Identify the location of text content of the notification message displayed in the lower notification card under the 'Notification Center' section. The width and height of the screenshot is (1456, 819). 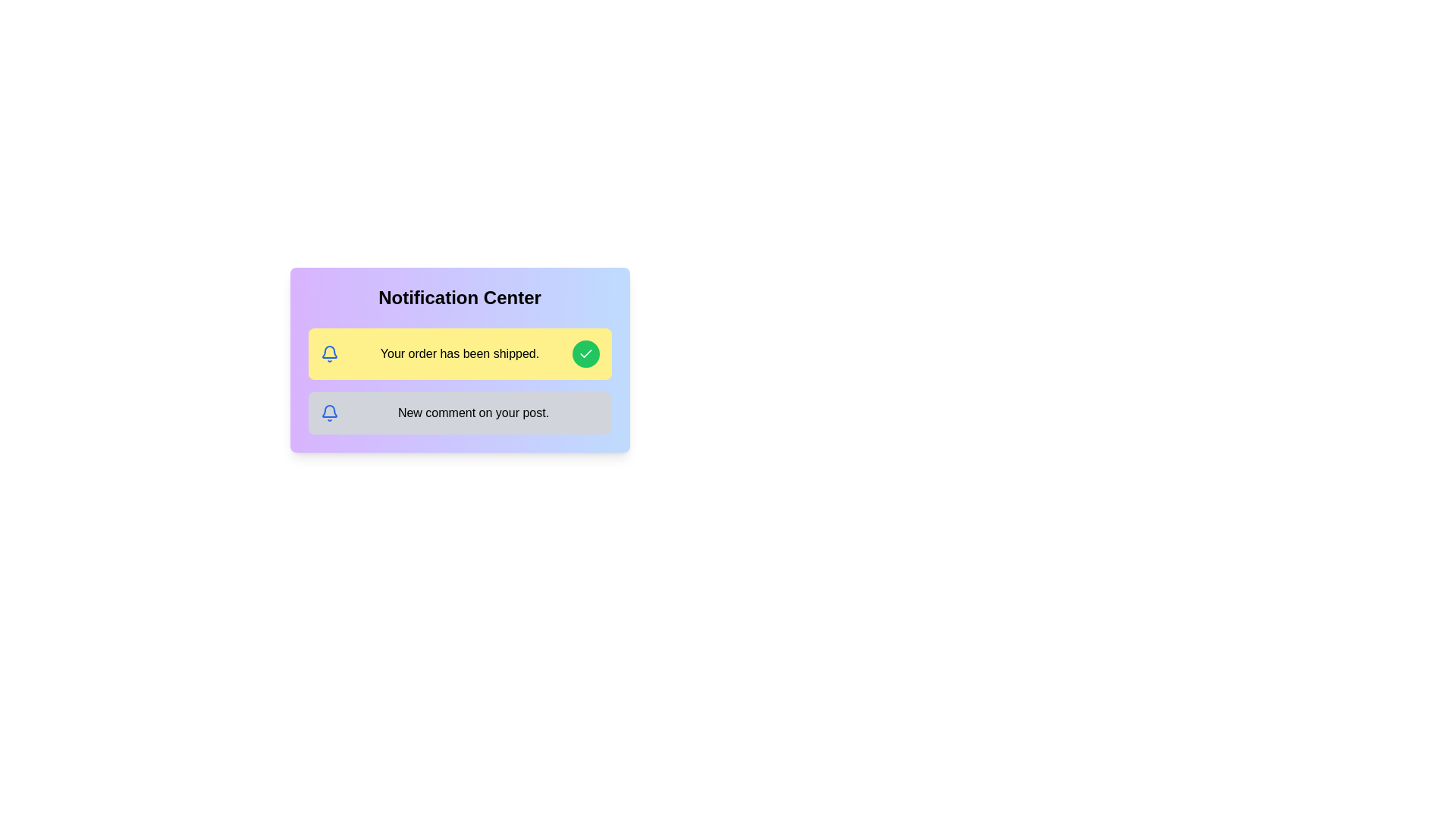
(472, 413).